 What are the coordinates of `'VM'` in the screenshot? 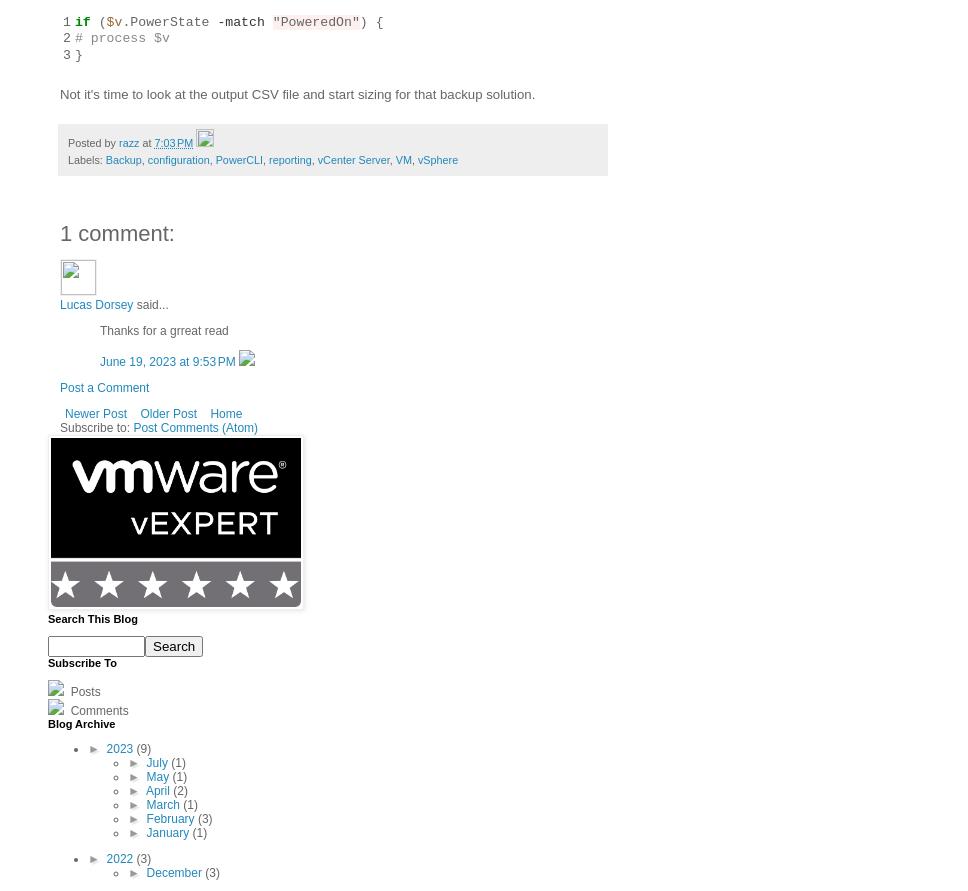 It's located at (401, 159).